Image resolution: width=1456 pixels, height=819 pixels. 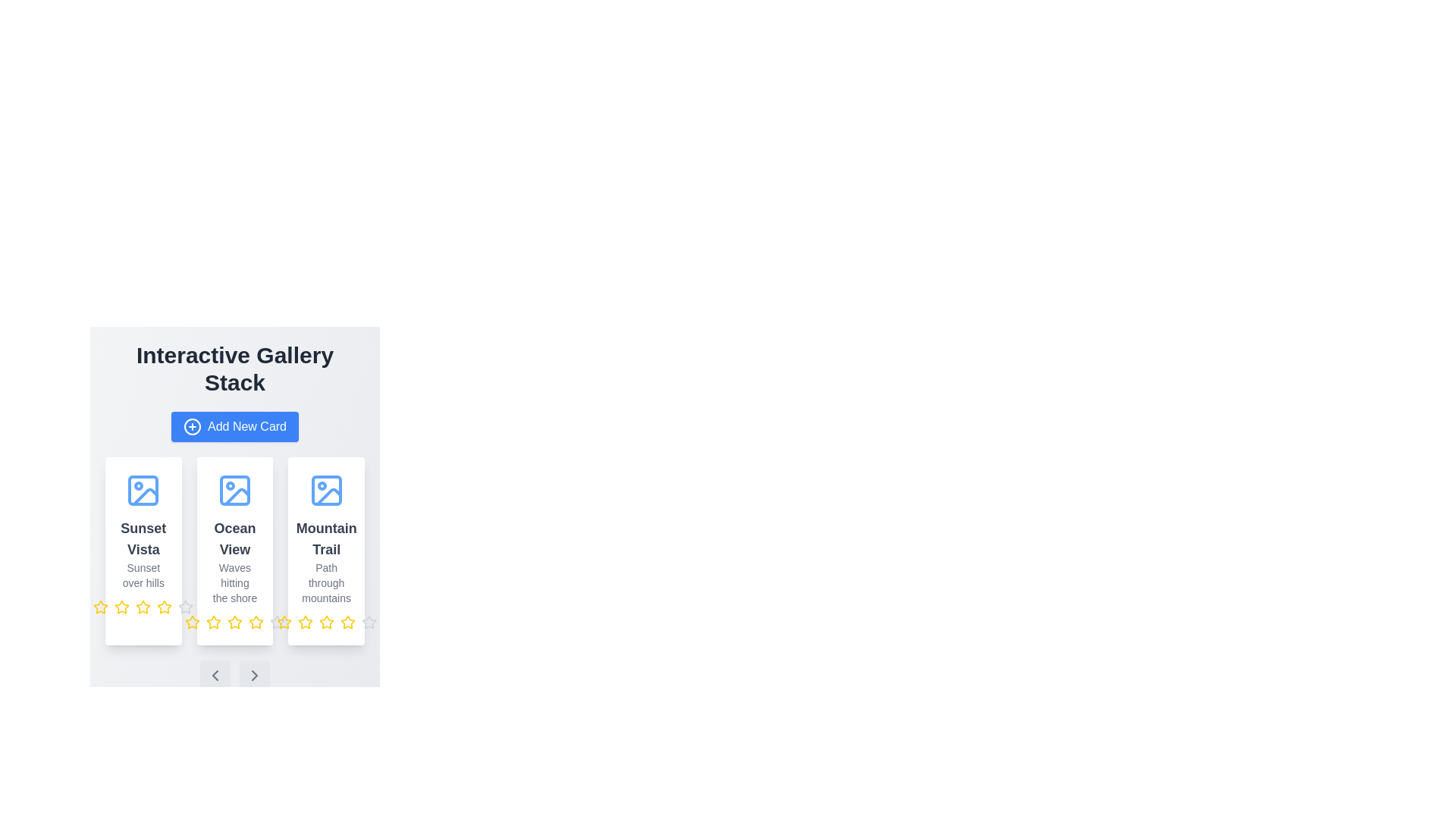 What do you see at coordinates (347, 622) in the screenshot?
I see `the Clickable Icon (Star Icon) which is the rightmost star icon in the rating component below the 'Mountain Trail' card` at bounding box center [347, 622].